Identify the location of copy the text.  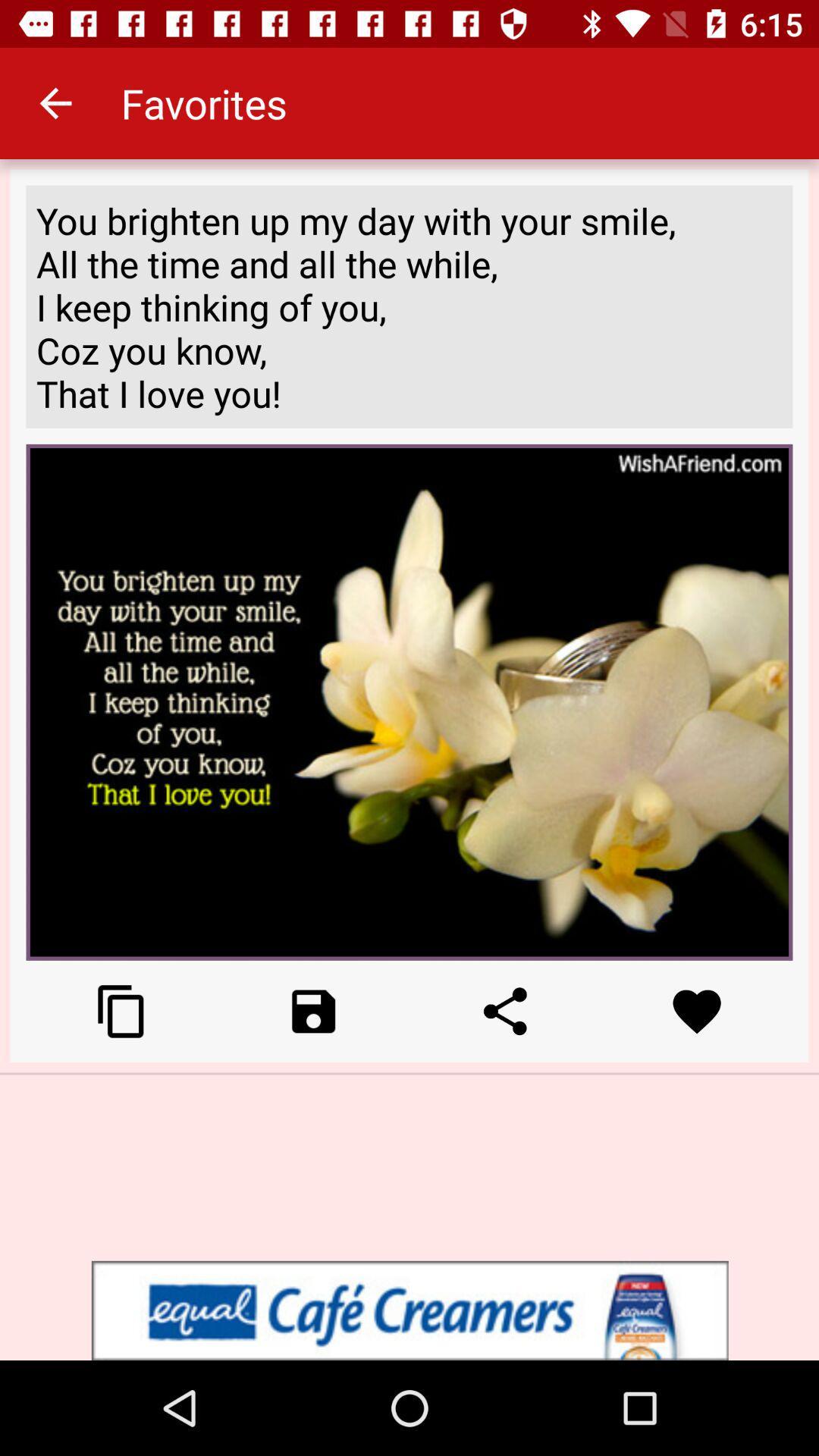
(121, 1011).